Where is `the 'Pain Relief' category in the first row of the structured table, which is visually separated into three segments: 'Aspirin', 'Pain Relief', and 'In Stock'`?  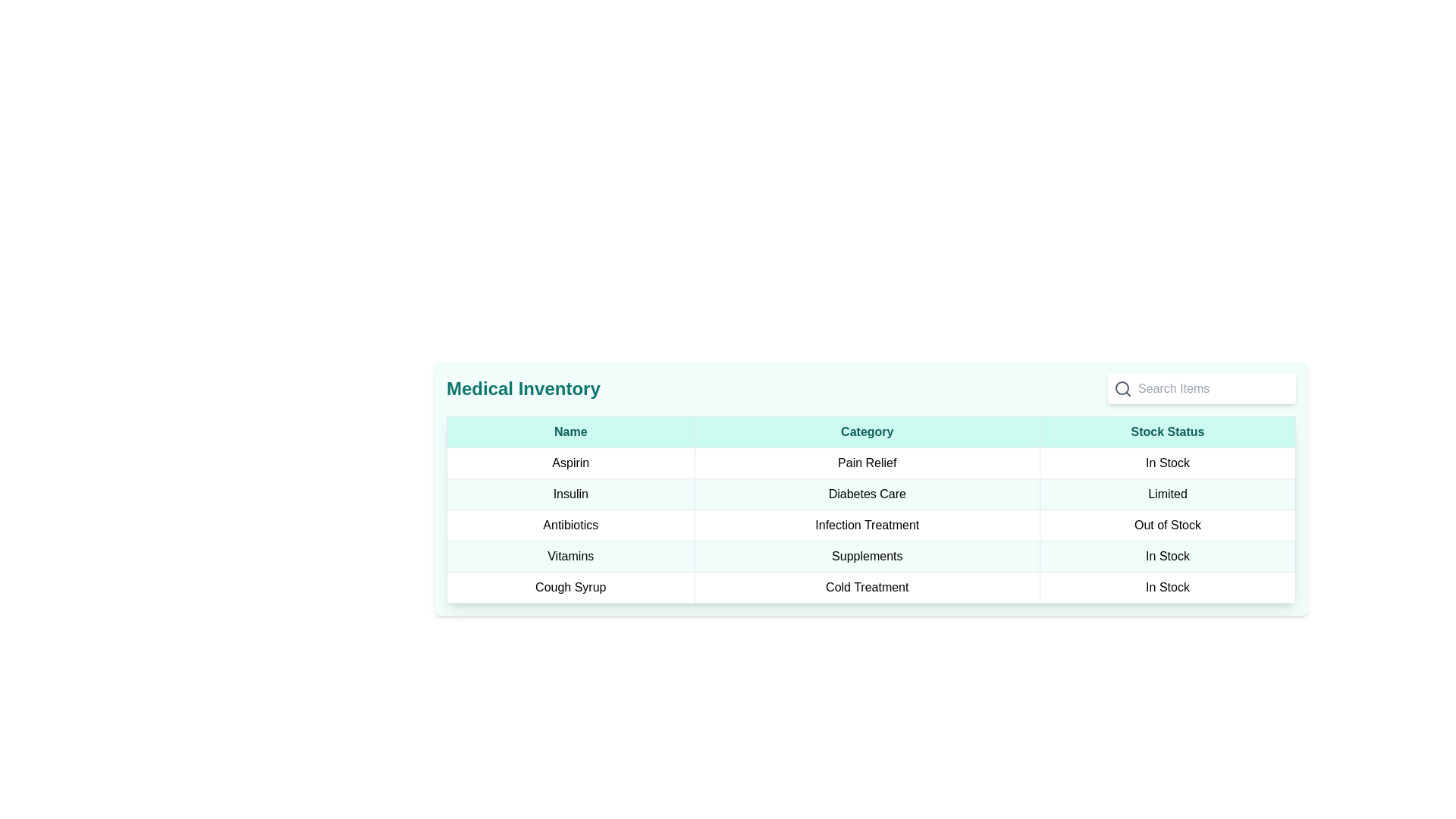
the 'Pain Relief' category in the first row of the structured table, which is visually separated into three segments: 'Aspirin', 'Pain Relief', and 'In Stock' is located at coordinates (871, 462).